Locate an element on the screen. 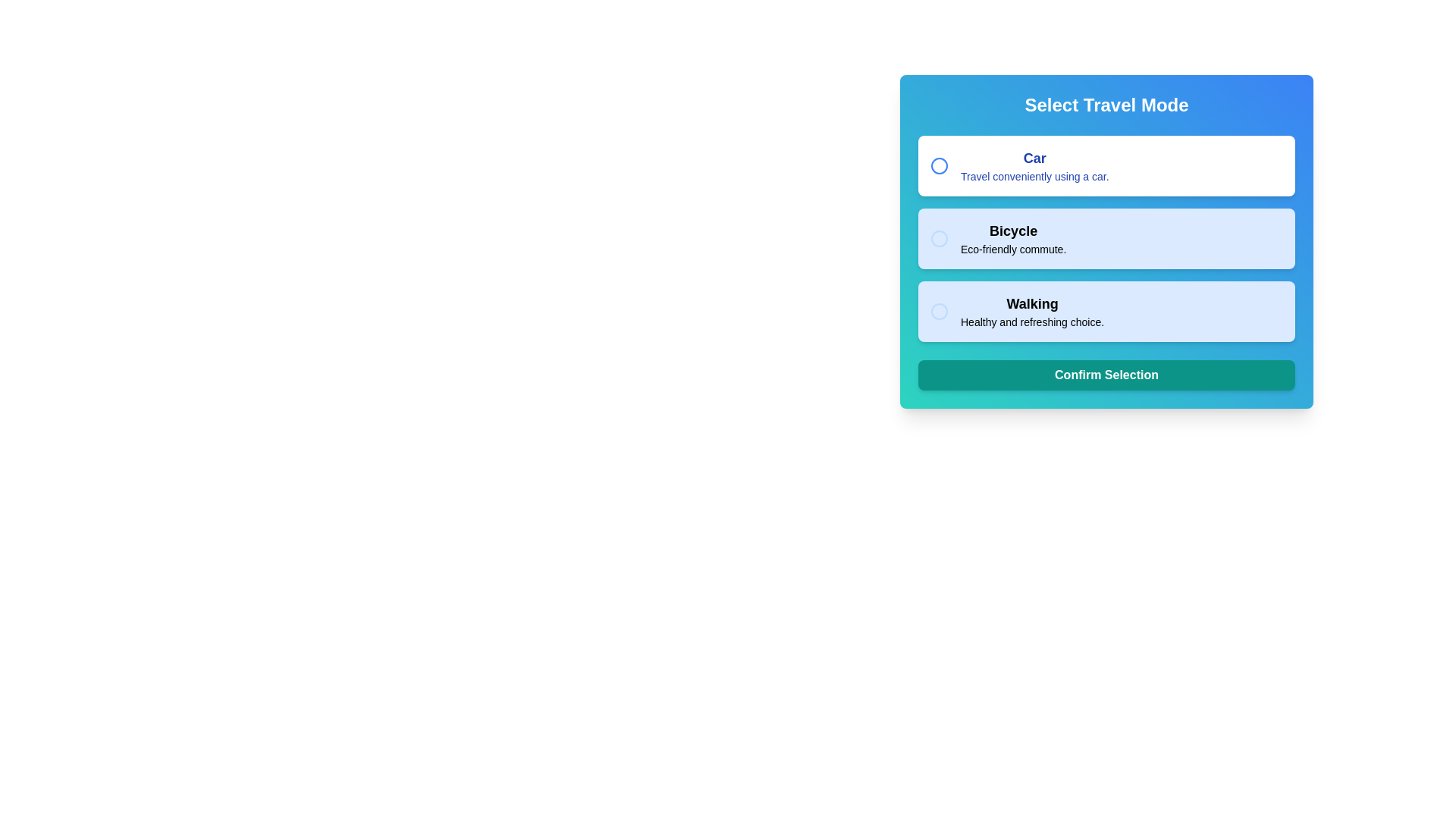 The height and width of the screenshot is (819, 1456). the SVG Circle Element that serves as a graphical marker for the 'Walking' option in the 'Select Travel Mode' interface is located at coordinates (938, 311).